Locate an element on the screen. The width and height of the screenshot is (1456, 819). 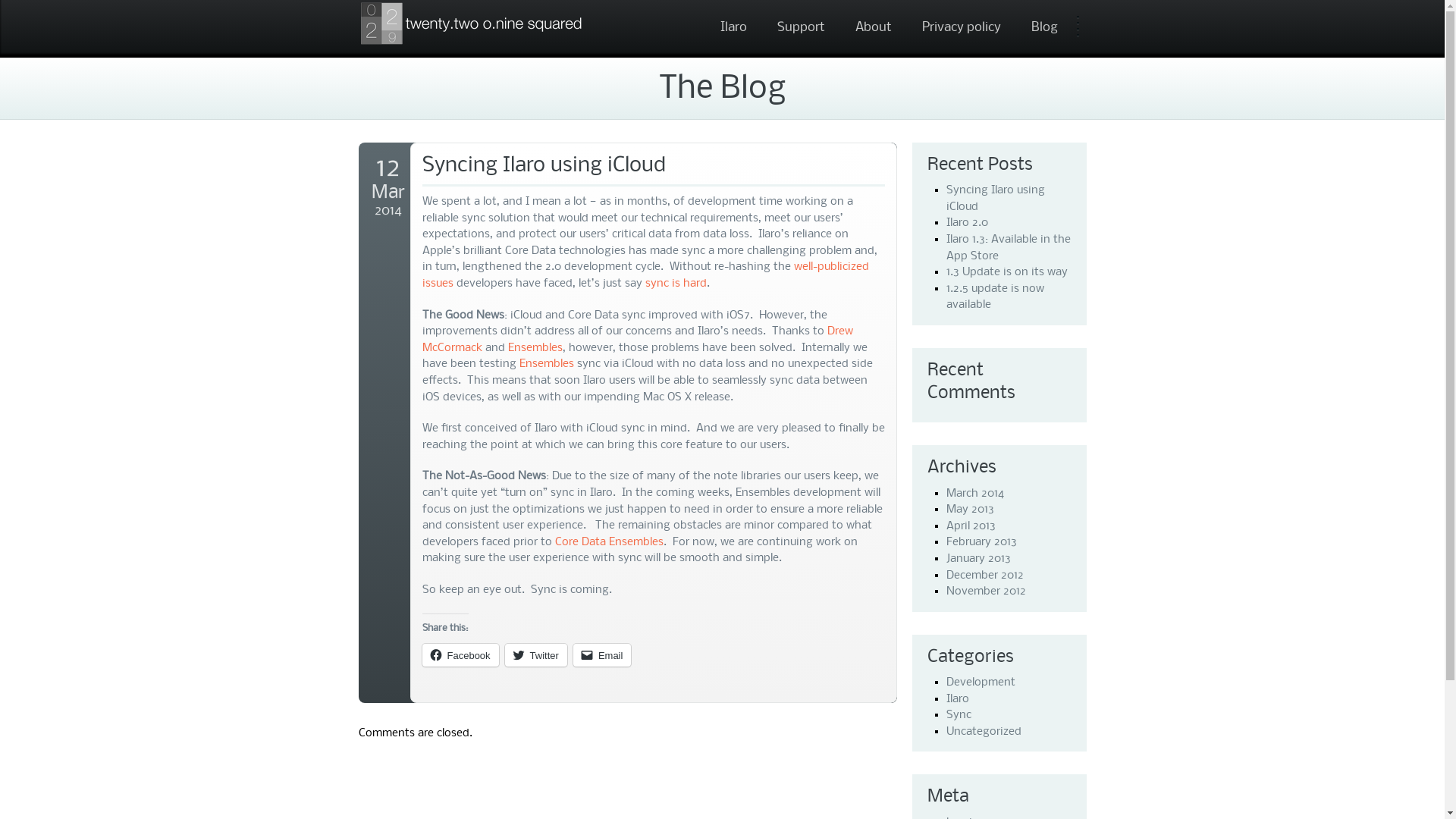
'Support' is located at coordinates (765, 27).